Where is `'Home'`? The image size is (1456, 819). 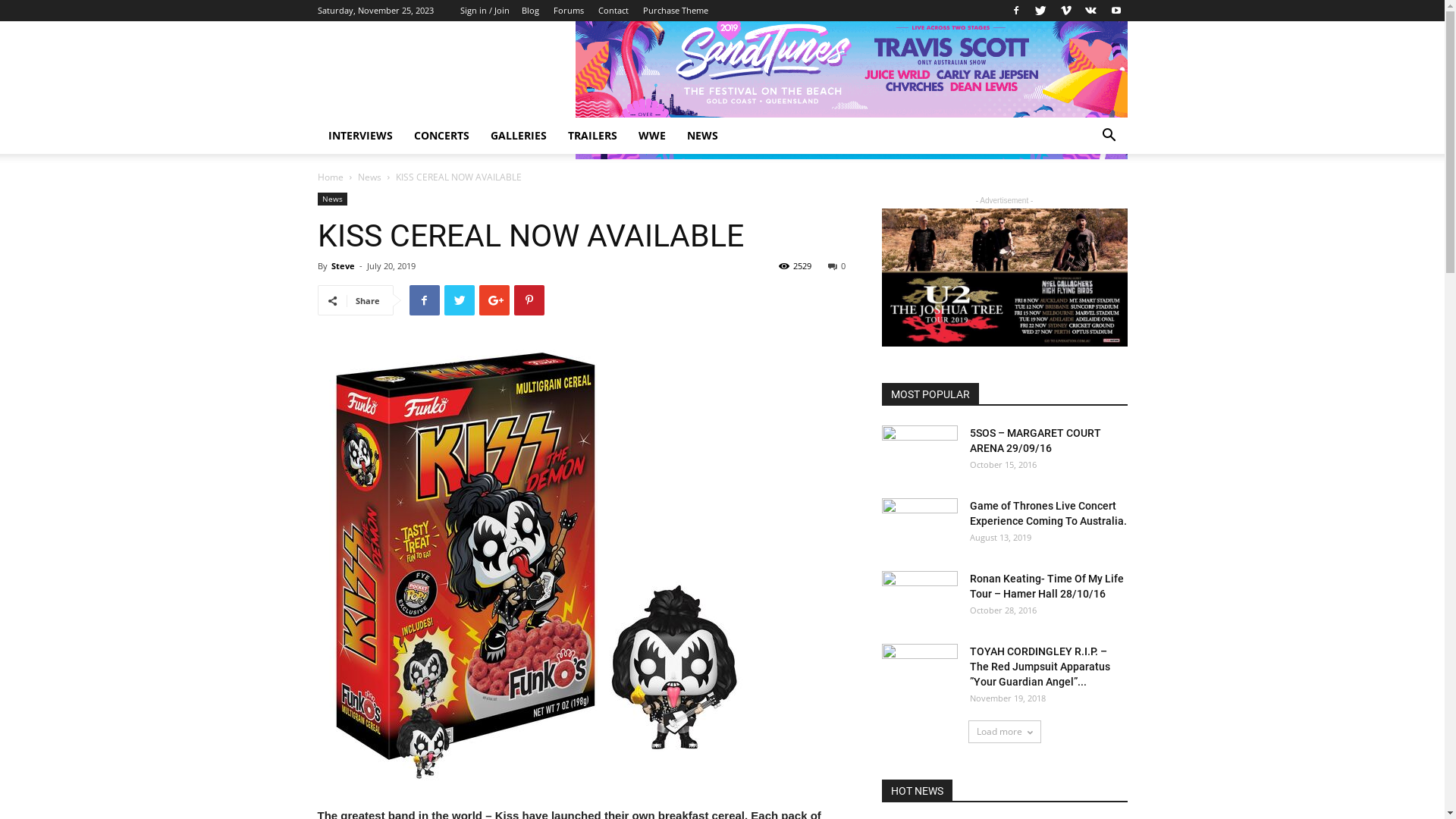
'Home' is located at coordinates (315, 176).